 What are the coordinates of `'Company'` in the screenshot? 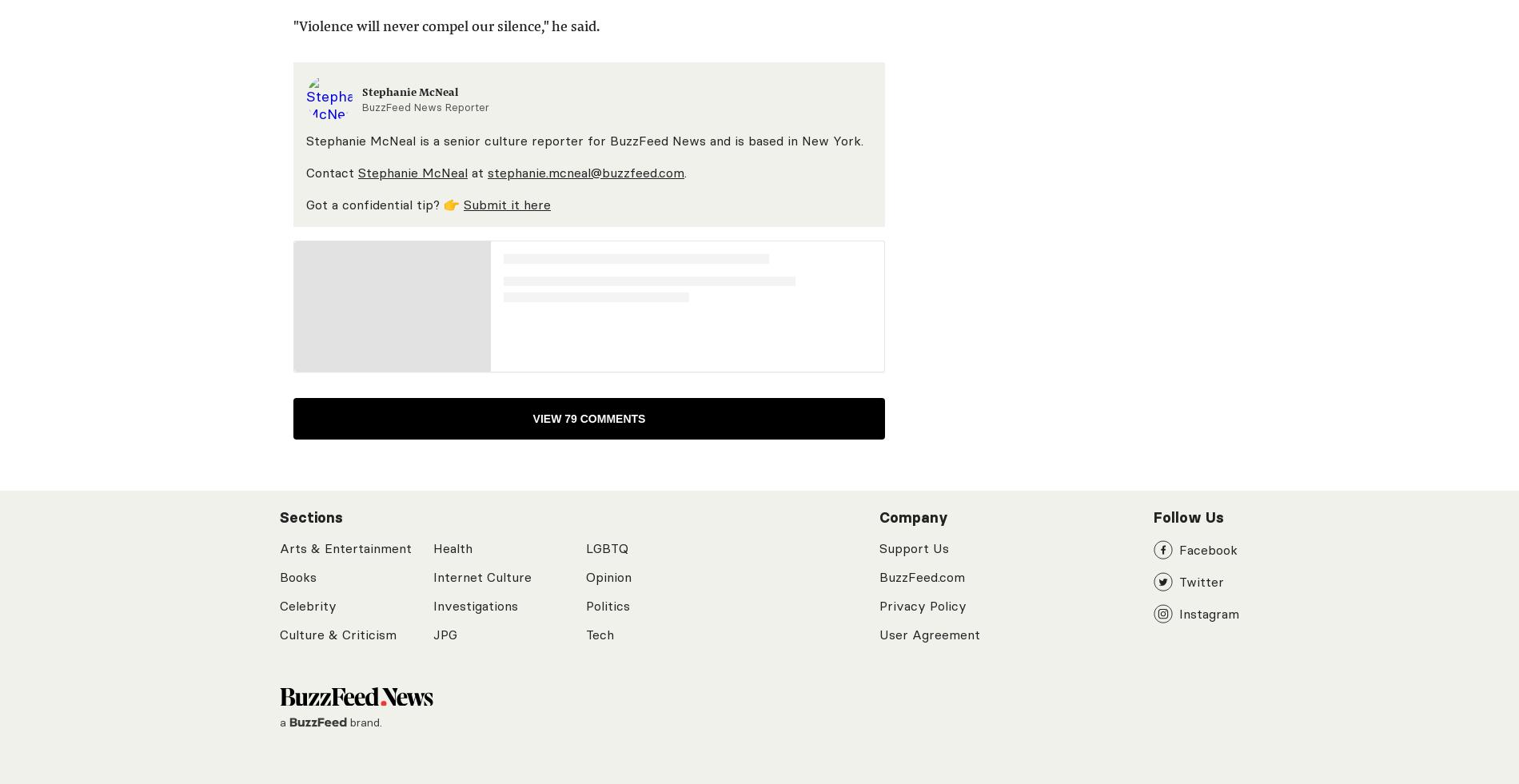 It's located at (914, 518).